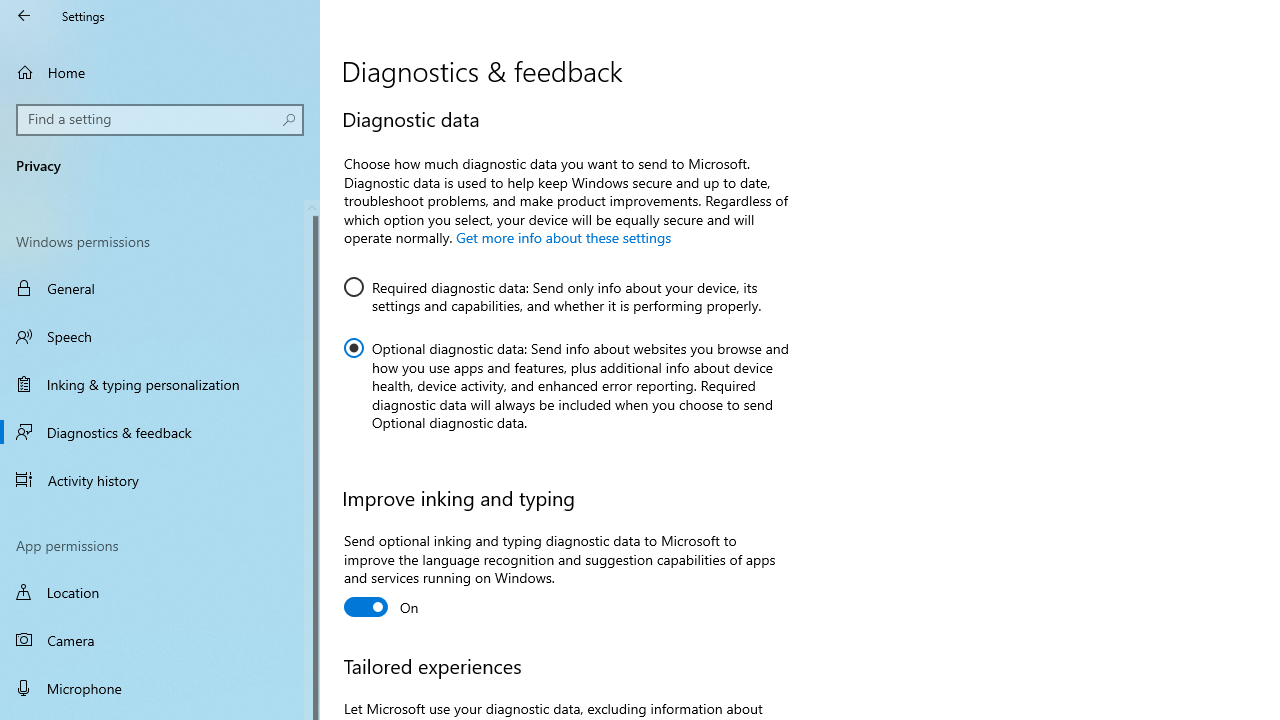 This screenshot has height=720, width=1280. I want to click on 'Get more info about these settings', so click(561, 236).